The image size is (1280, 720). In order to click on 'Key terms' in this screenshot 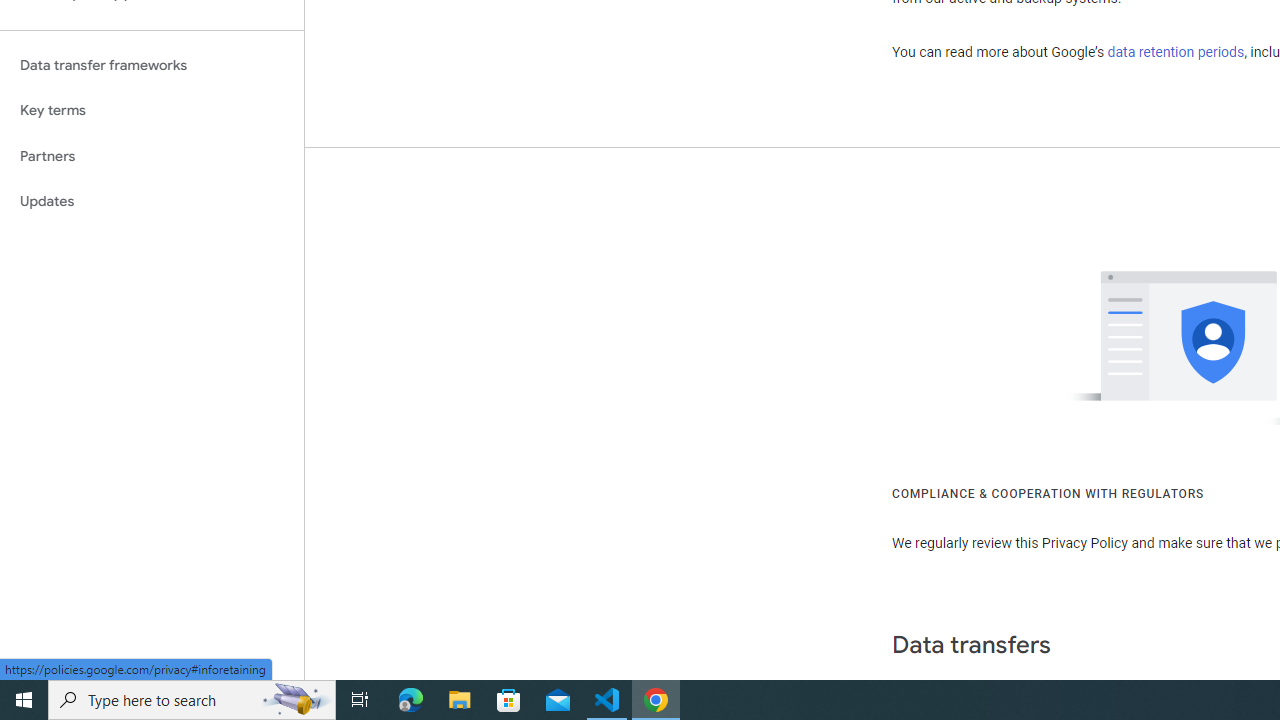, I will do `click(151, 110)`.